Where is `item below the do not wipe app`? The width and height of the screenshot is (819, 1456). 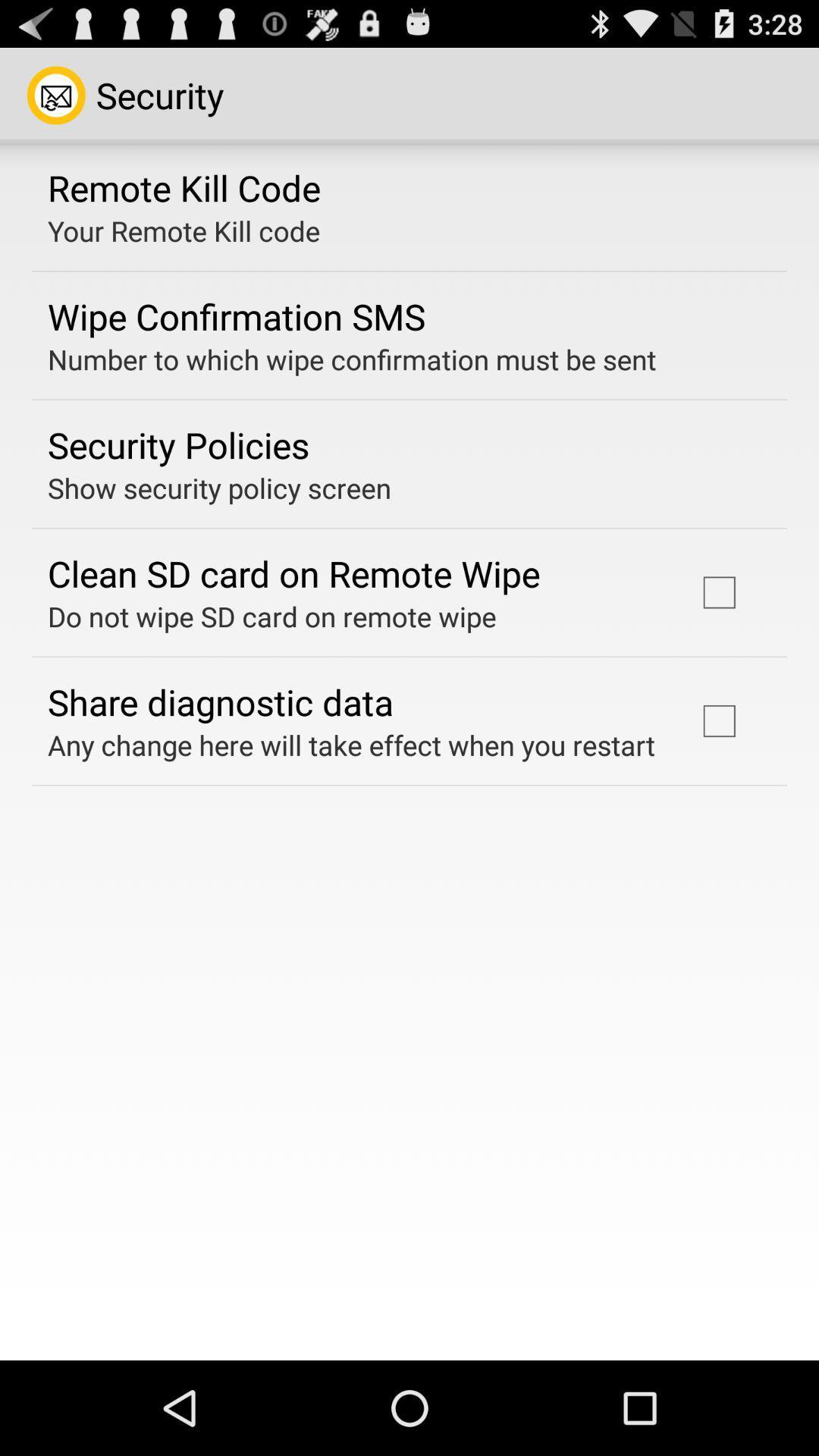
item below the do not wipe app is located at coordinates (220, 701).